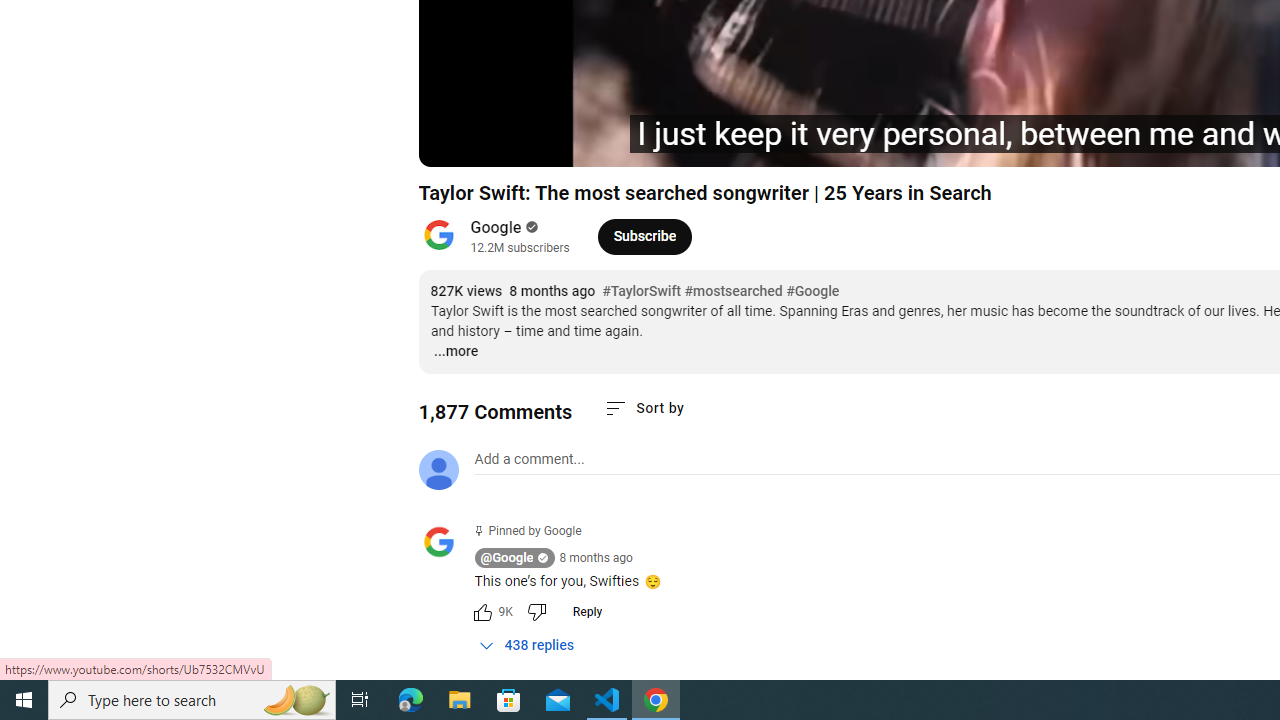 The width and height of the screenshot is (1280, 720). I want to click on '#TaylorSwift', so click(641, 291).